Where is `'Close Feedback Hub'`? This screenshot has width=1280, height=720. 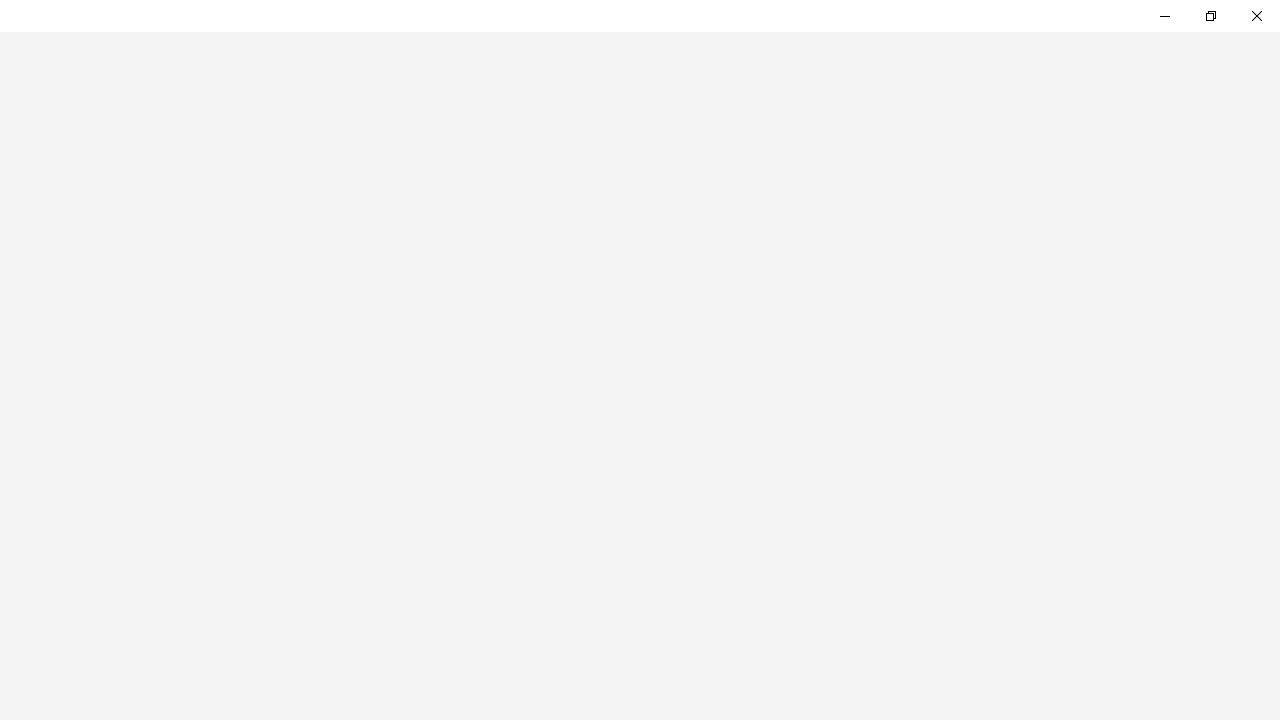 'Close Feedback Hub' is located at coordinates (1255, 15).